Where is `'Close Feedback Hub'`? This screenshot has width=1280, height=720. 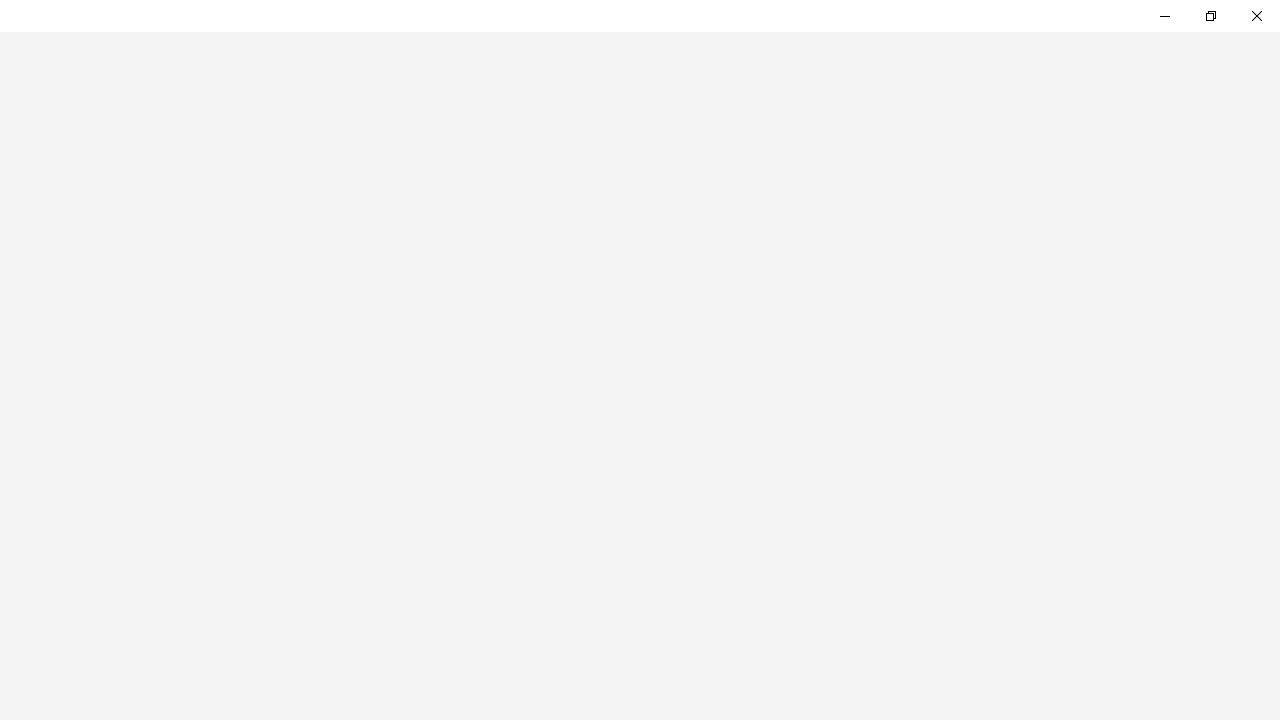 'Close Feedback Hub' is located at coordinates (1255, 15).